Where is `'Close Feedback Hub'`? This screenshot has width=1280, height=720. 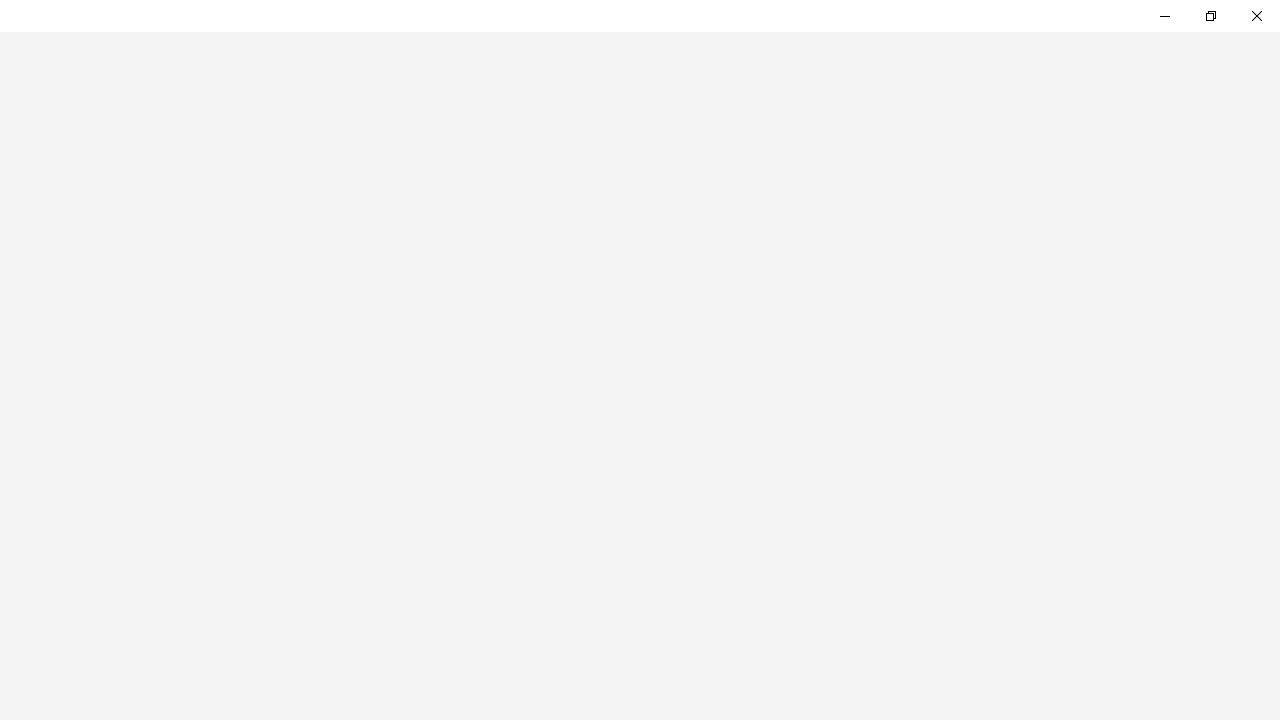 'Close Feedback Hub' is located at coordinates (1255, 15).